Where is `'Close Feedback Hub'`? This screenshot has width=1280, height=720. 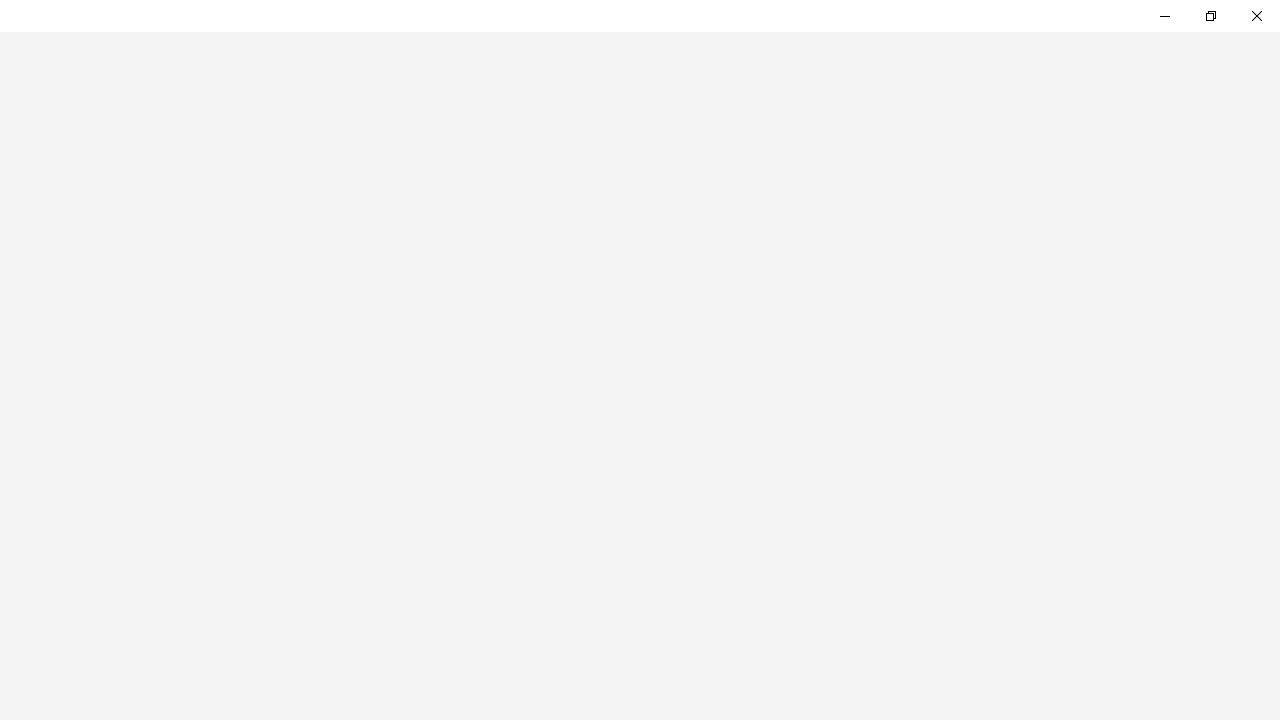 'Close Feedback Hub' is located at coordinates (1255, 15).